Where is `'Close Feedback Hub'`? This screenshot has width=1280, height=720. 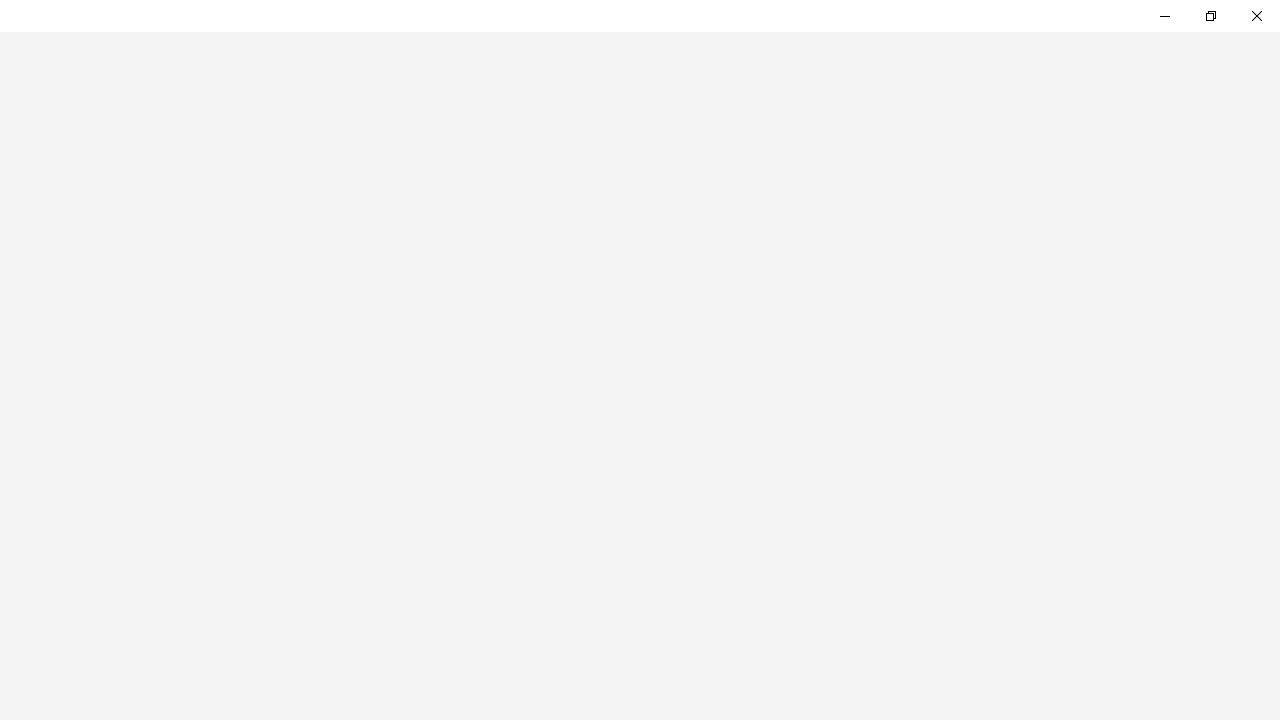 'Close Feedback Hub' is located at coordinates (1255, 15).